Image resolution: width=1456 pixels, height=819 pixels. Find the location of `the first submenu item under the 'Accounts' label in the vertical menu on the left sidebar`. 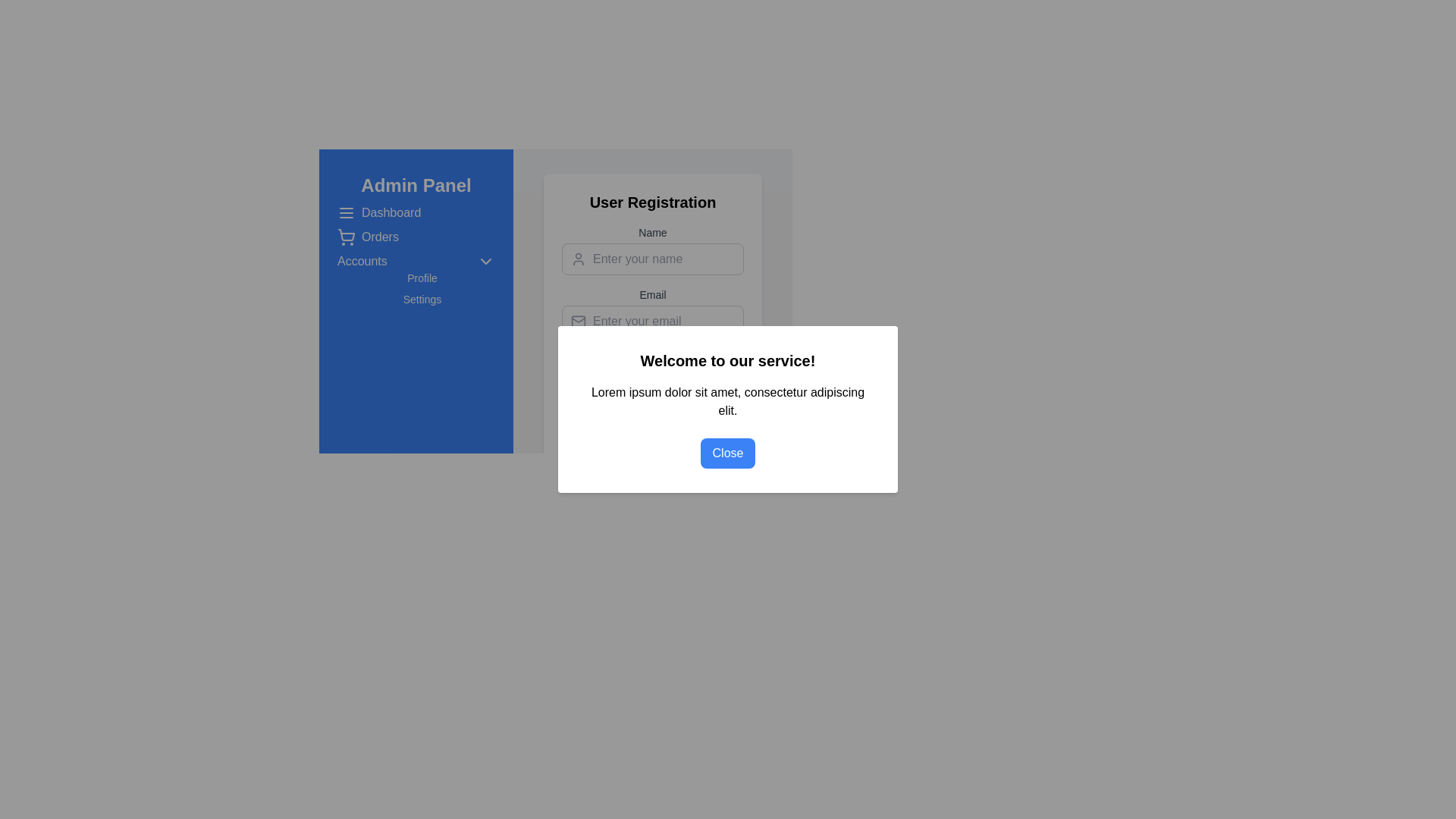

the first submenu item under the 'Accounts' label in the vertical menu on the left sidebar is located at coordinates (422, 278).